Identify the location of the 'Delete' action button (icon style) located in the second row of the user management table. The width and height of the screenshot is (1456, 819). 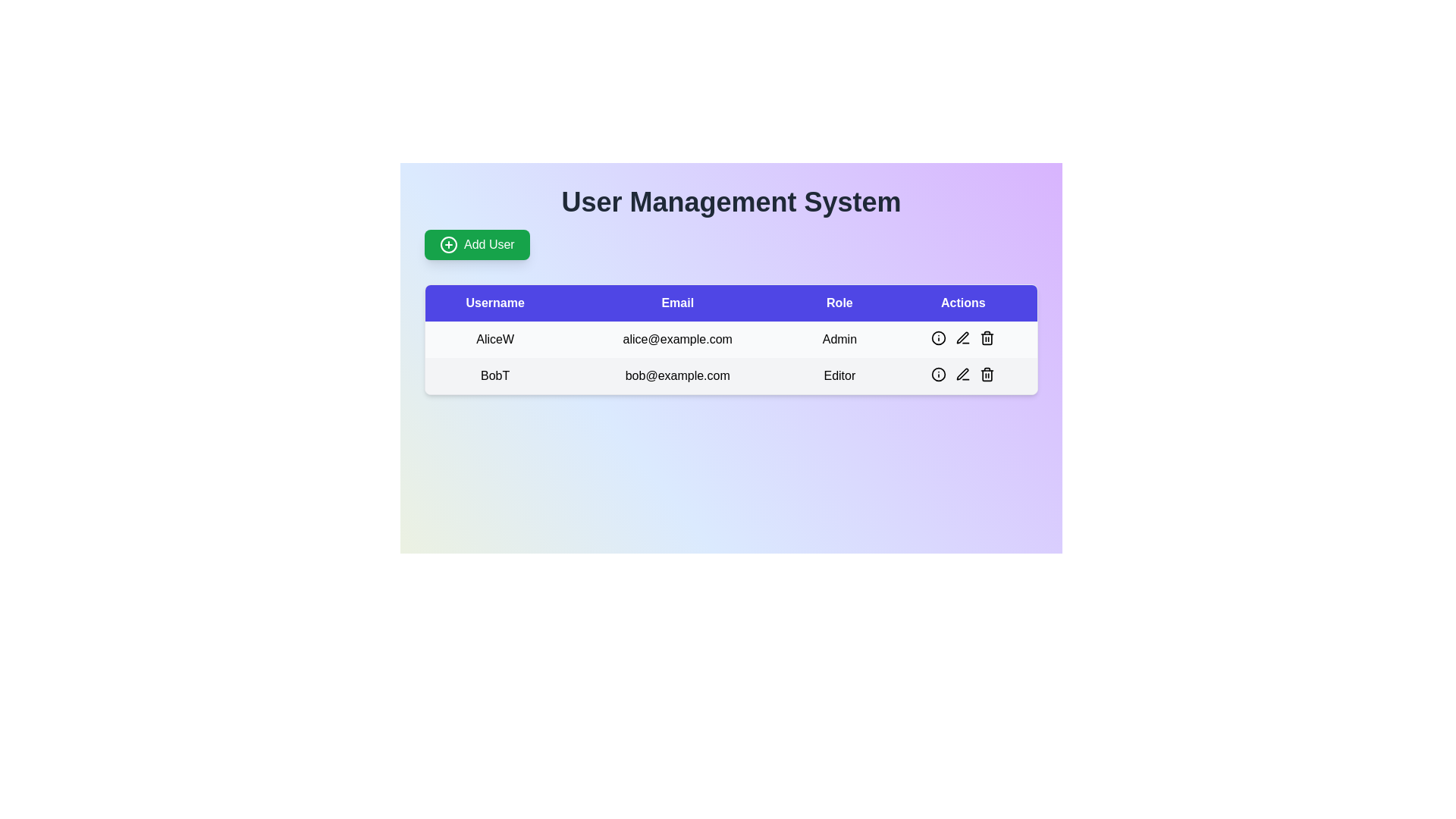
(987, 374).